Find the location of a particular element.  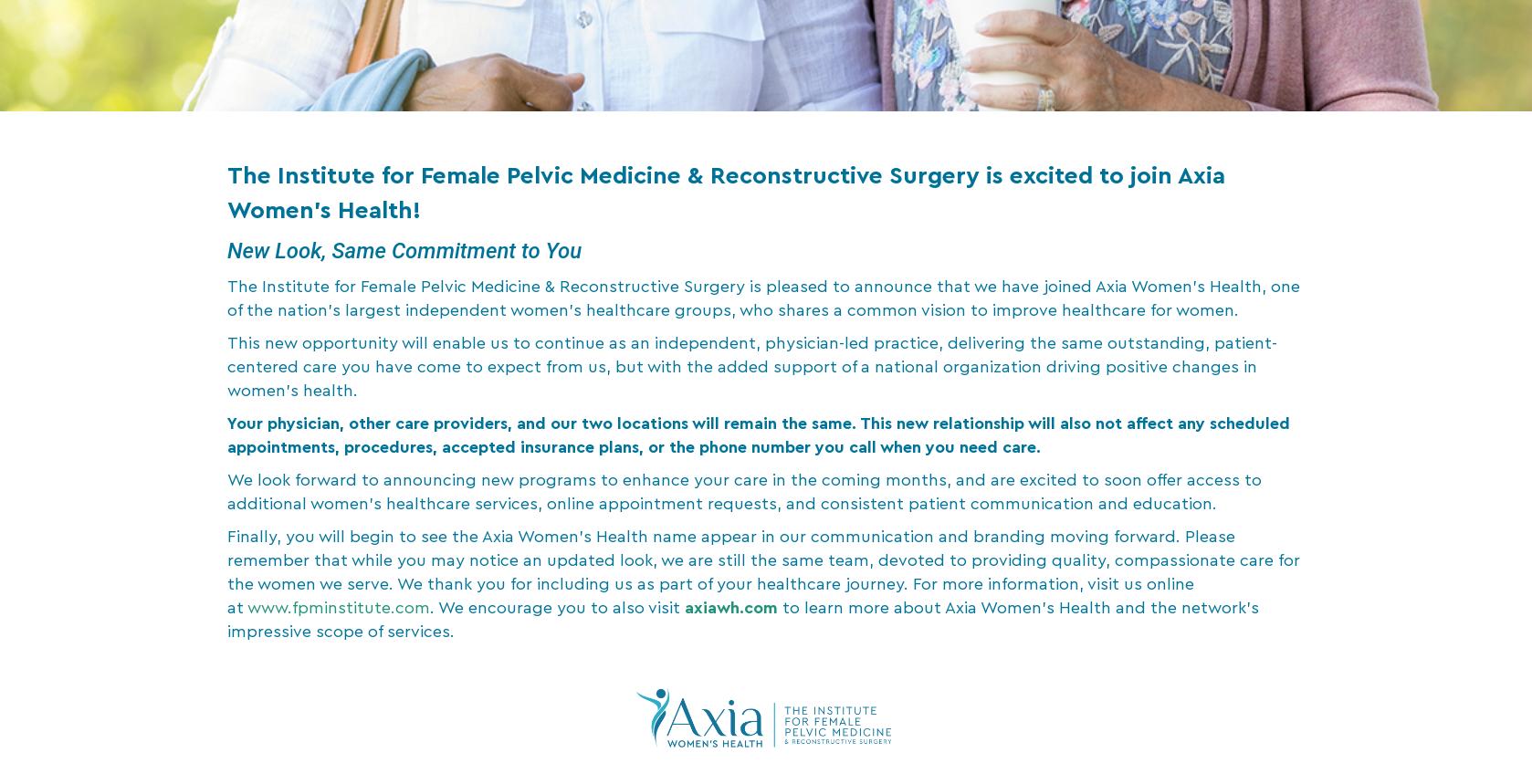

'The Institute for Female Pelvic Medicine & Reconstructive Surgery is excited to join Axia Women's Health!' is located at coordinates (725, 193).